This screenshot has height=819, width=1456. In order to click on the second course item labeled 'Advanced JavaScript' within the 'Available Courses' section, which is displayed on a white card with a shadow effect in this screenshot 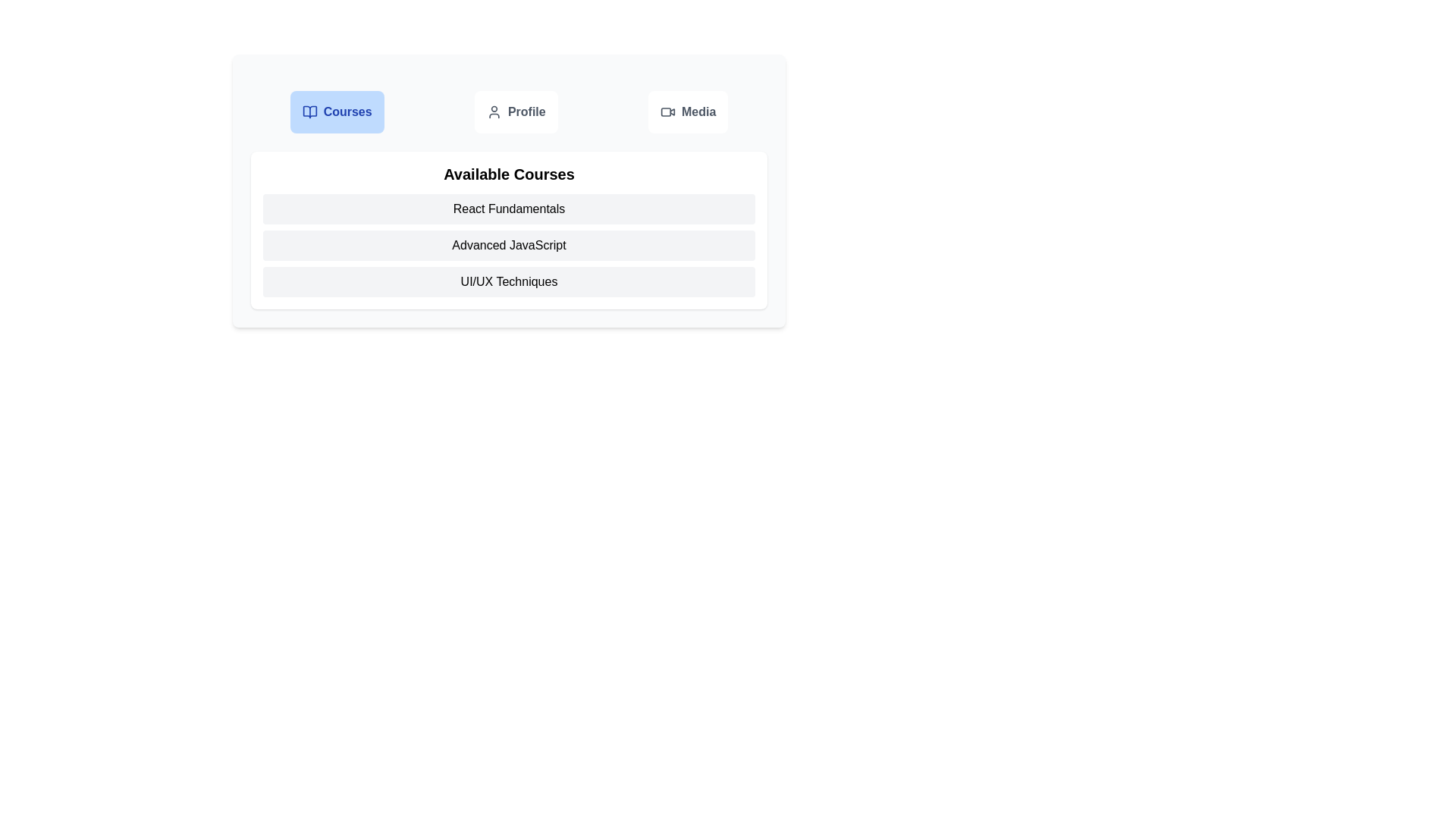, I will do `click(509, 231)`.